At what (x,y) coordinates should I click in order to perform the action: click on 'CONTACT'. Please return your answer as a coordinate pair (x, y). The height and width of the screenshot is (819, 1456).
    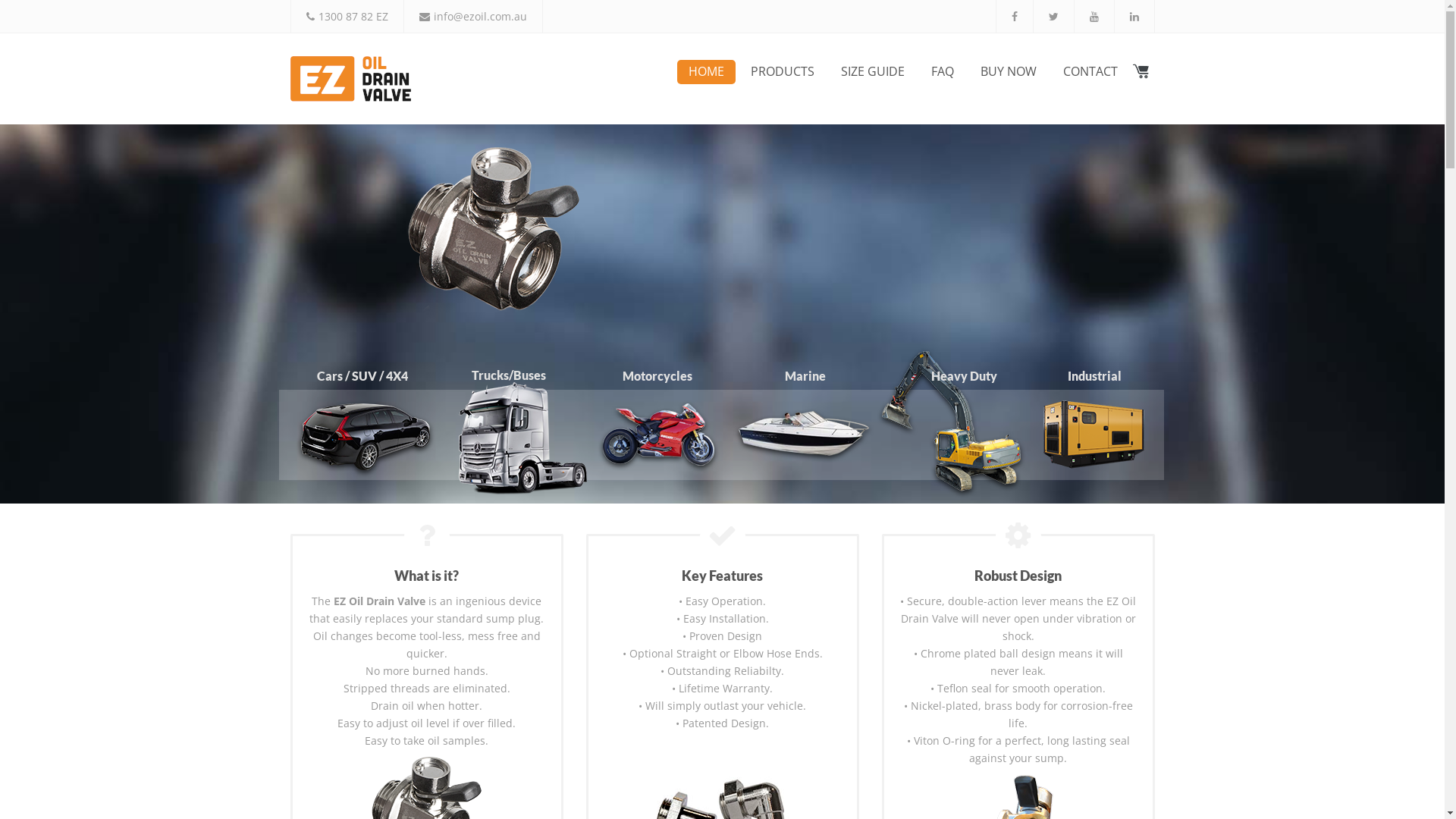
    Looking at the image, I should click on (1088, 72).